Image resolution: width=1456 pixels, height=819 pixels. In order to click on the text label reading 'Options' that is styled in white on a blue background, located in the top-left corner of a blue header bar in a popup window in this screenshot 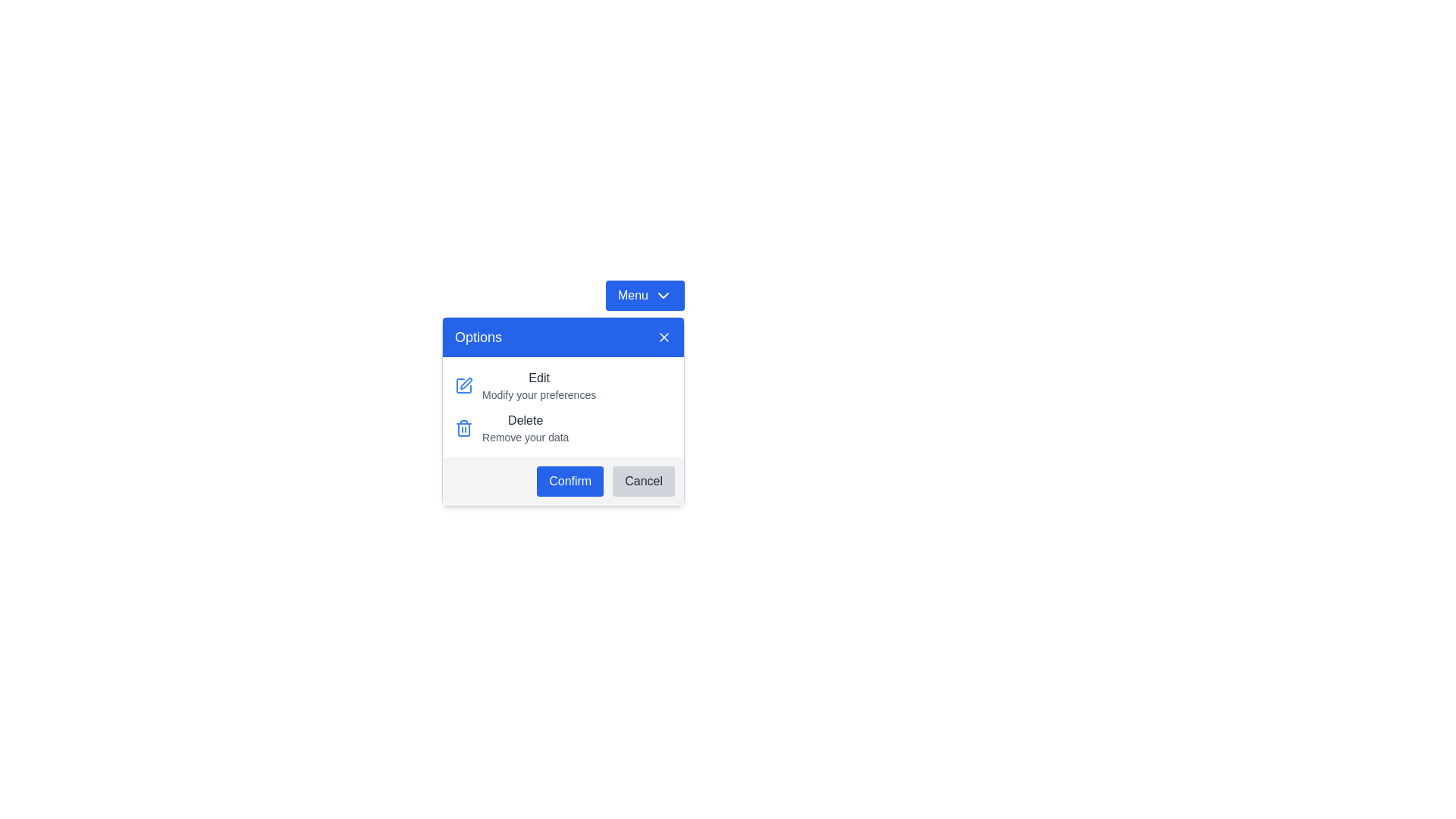, I will do `click(478, 336)`.